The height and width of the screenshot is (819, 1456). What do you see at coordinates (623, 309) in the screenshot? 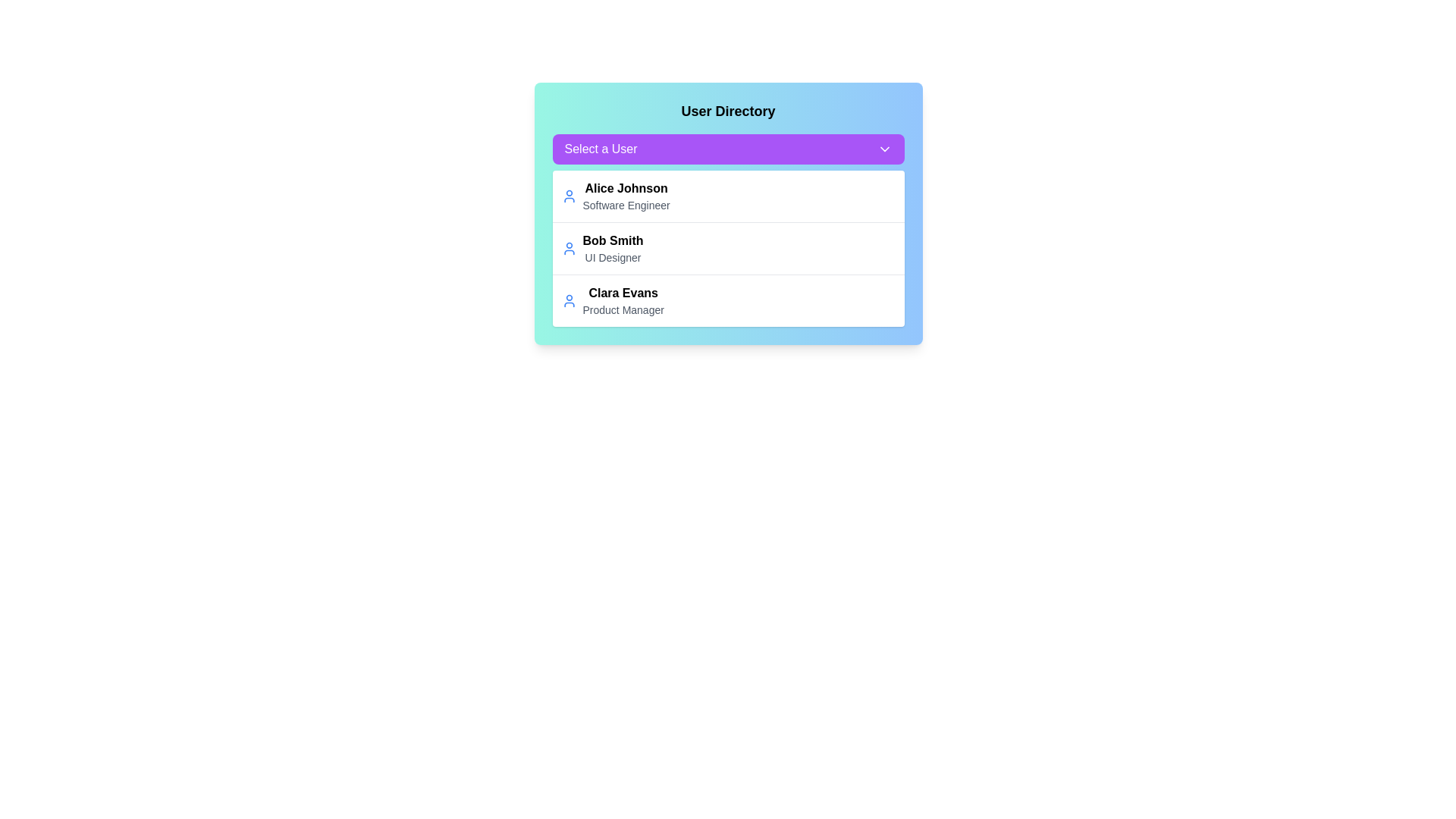
I see `the text label displaying 'Product Manager', which is located beneath 'Clara Evans' in the User Directory list` at bounding box center [623, 309].